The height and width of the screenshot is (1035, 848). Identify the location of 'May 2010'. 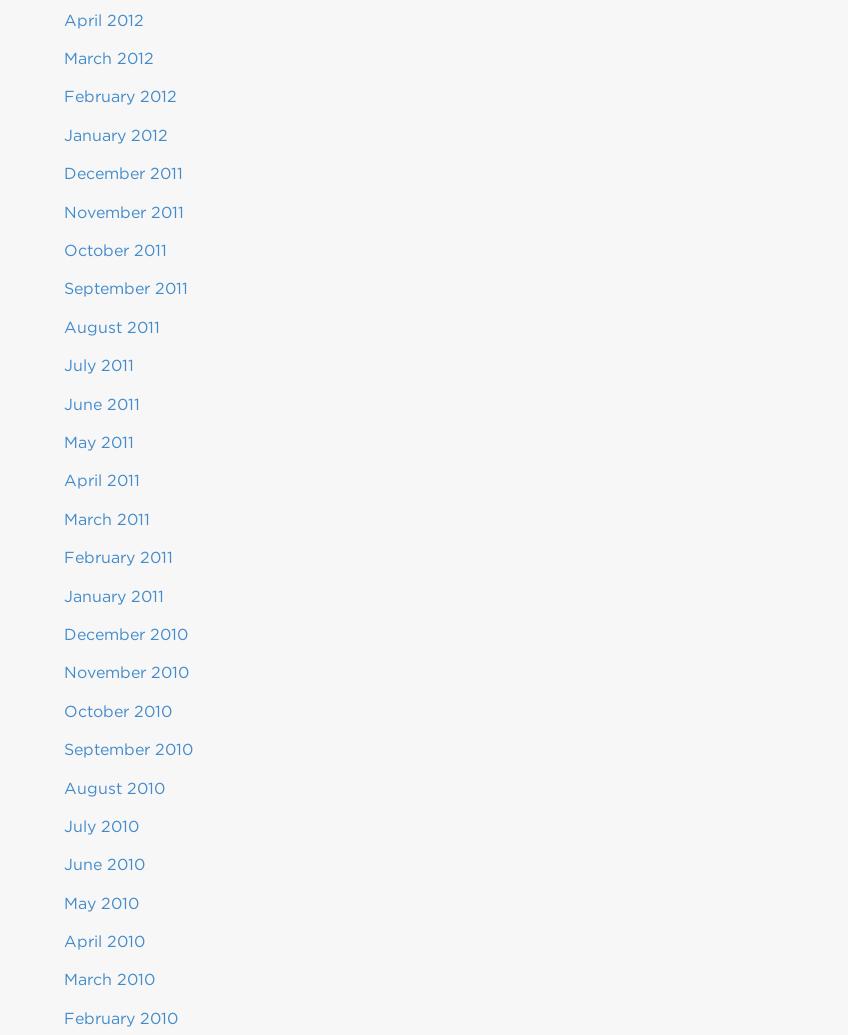
(64, 901).